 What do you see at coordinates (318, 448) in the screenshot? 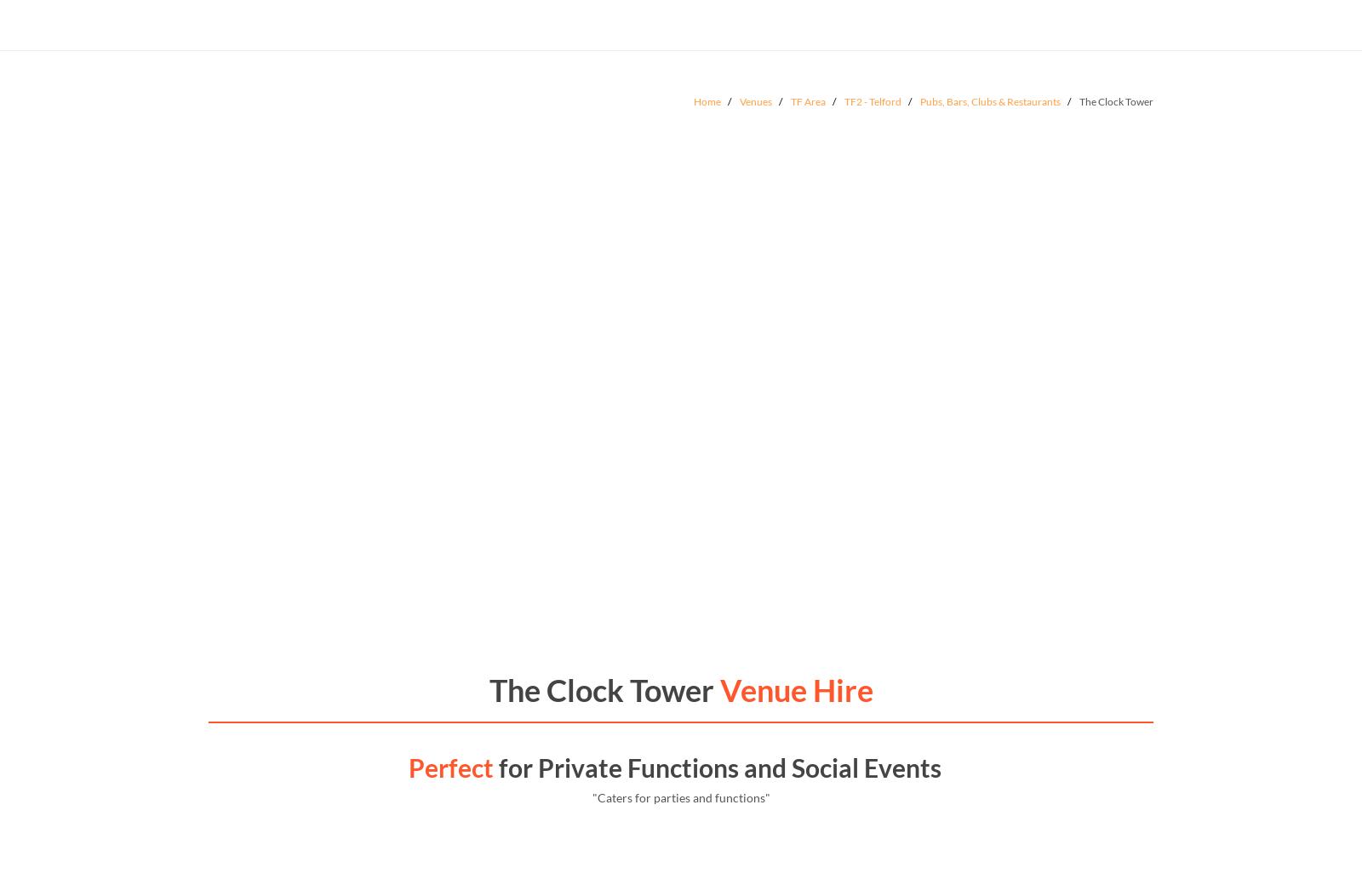
I see `'The White Horse Tavern'` at bounding box center [318, 448].